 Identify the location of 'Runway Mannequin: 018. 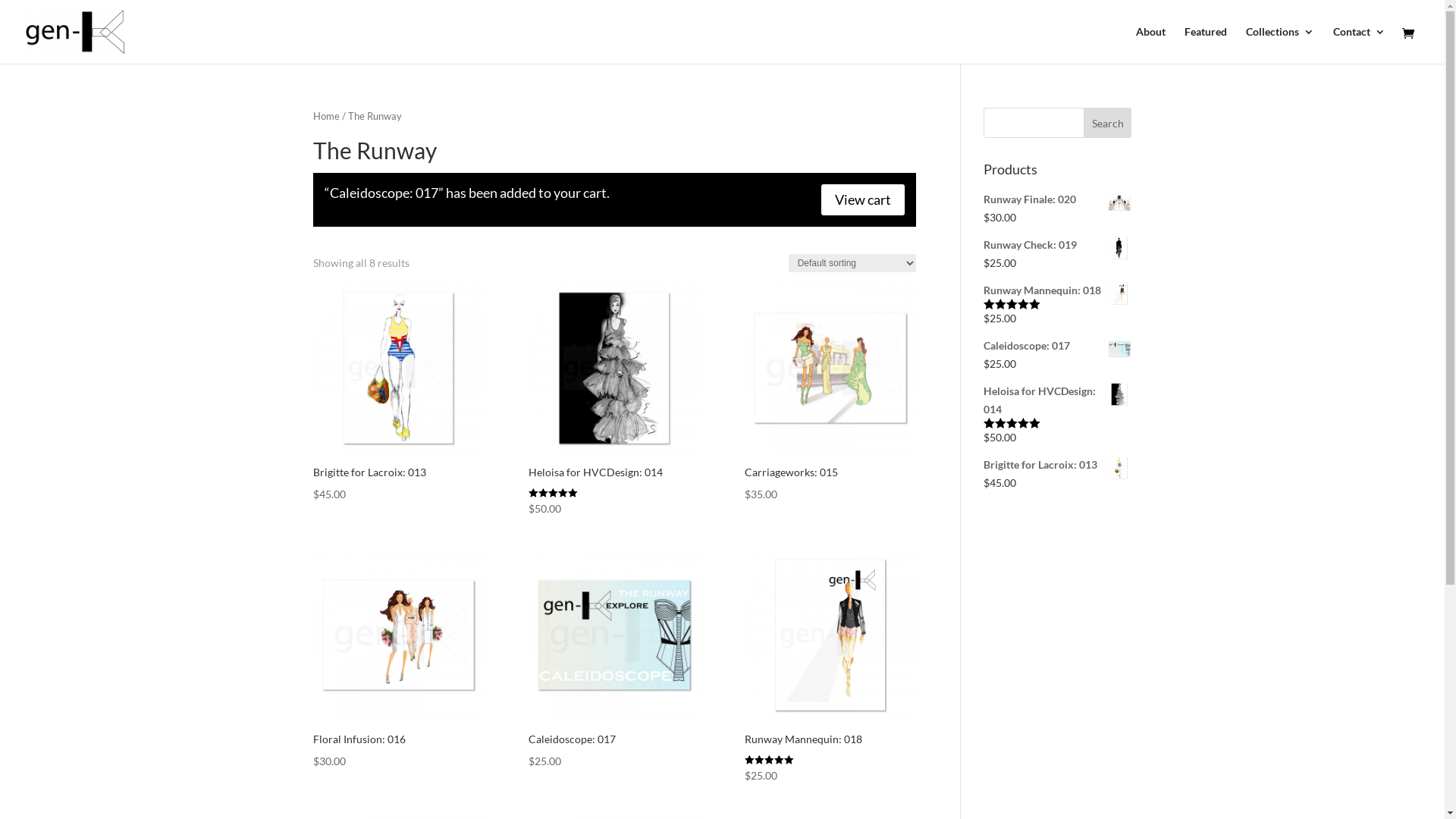
(829, 666).